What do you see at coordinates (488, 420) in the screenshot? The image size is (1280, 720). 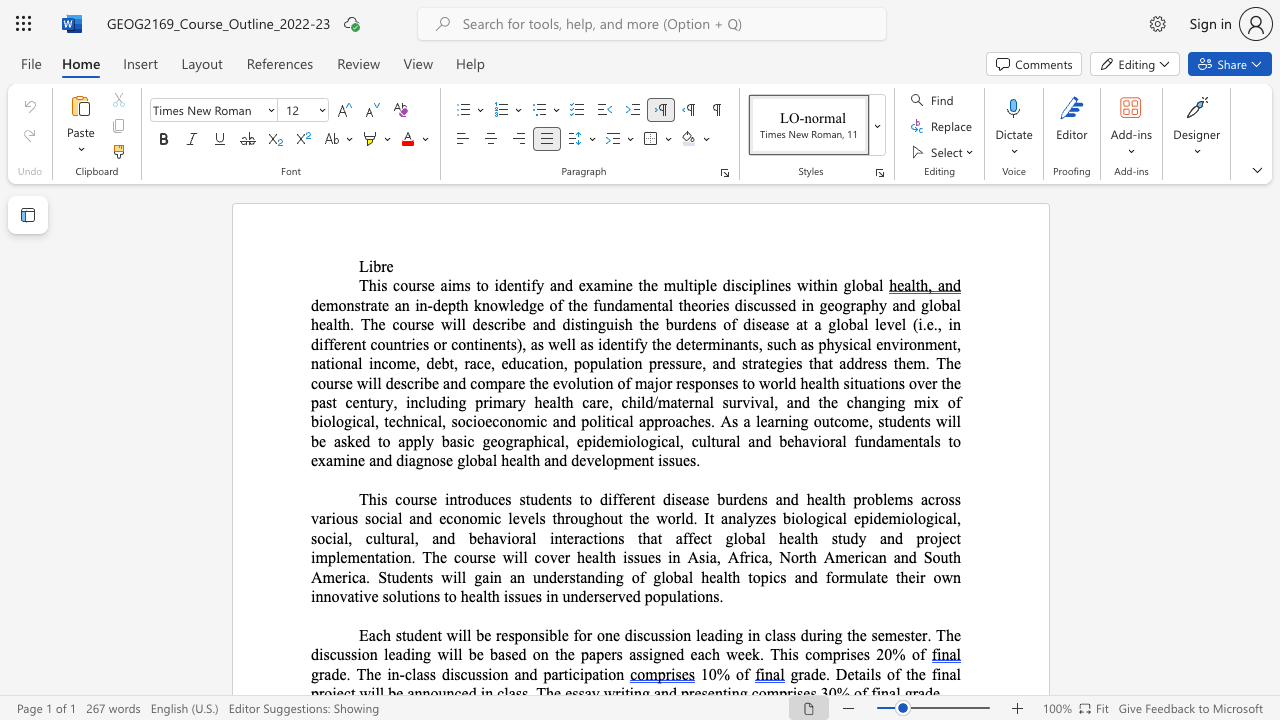 I see `the 1th character "e" in the text` at bounding box center [488, 420].